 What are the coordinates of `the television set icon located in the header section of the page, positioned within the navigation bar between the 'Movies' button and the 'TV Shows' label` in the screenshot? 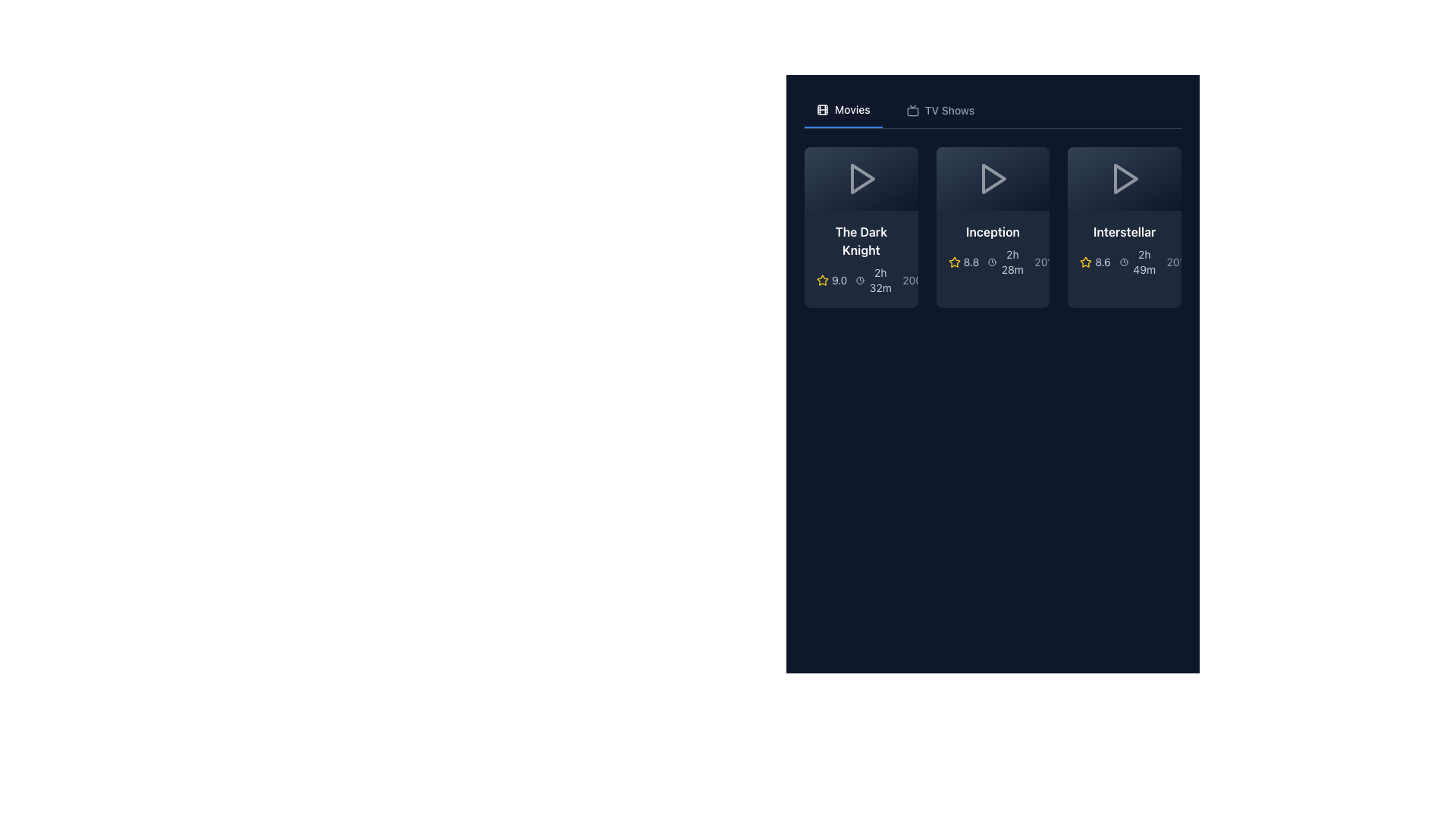 It's located at (912, 110).